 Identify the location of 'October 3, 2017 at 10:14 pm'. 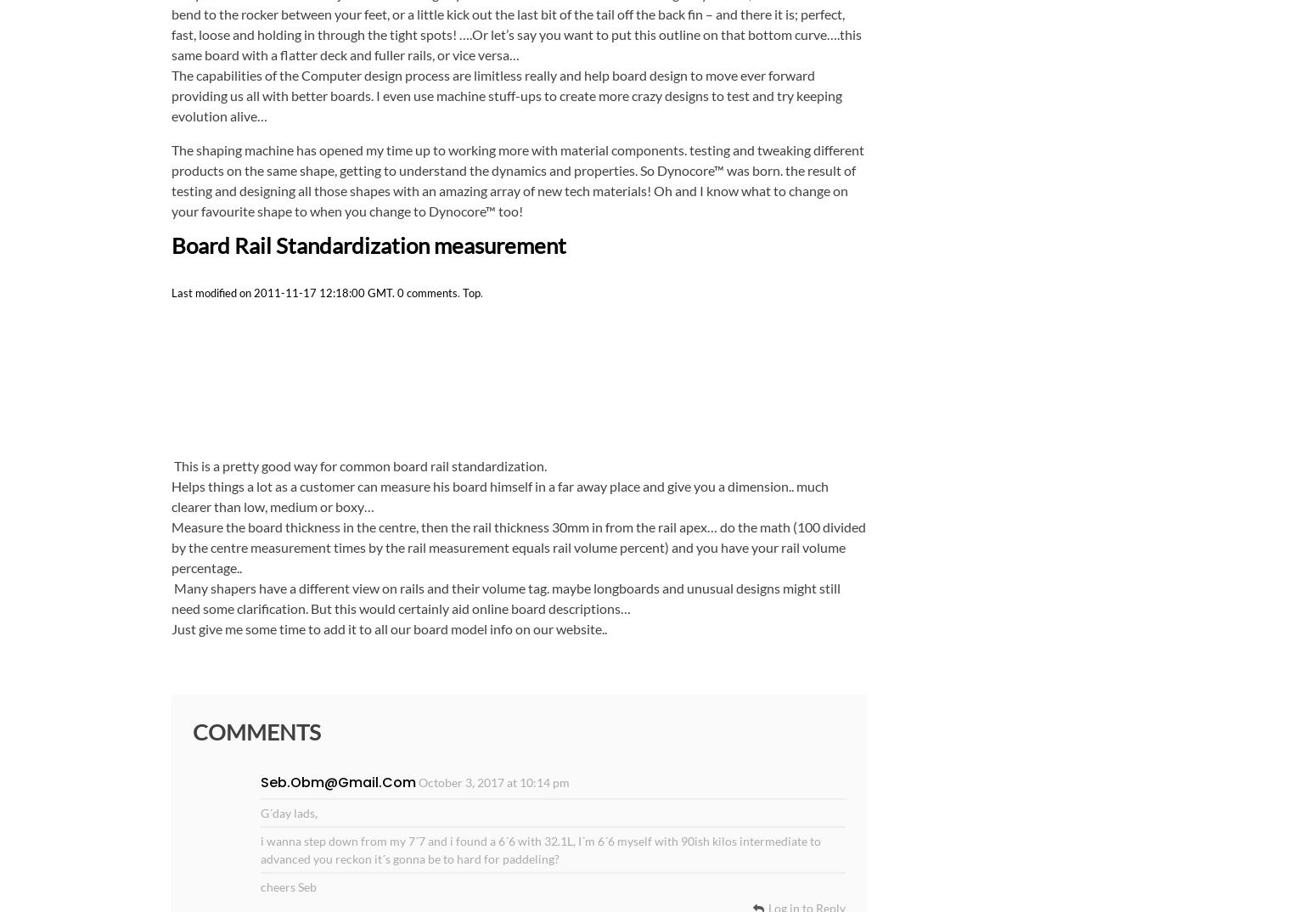
(492, 781).